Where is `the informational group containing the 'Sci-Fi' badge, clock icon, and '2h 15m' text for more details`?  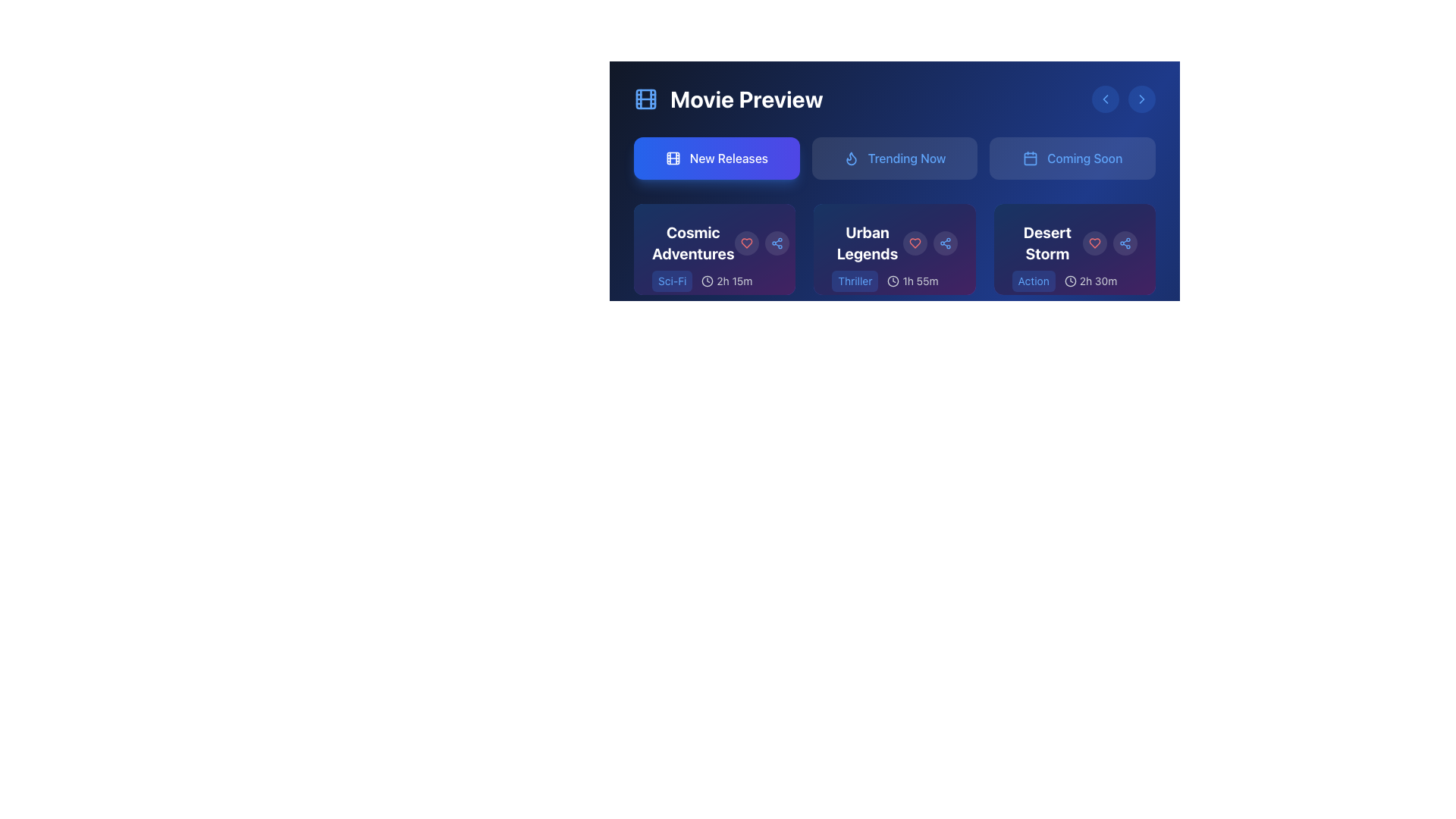 the informational group containing the 'Sci-Fi' badge, clock icon, and '2h 15m' text for more details is located at coordinates (714, 293).